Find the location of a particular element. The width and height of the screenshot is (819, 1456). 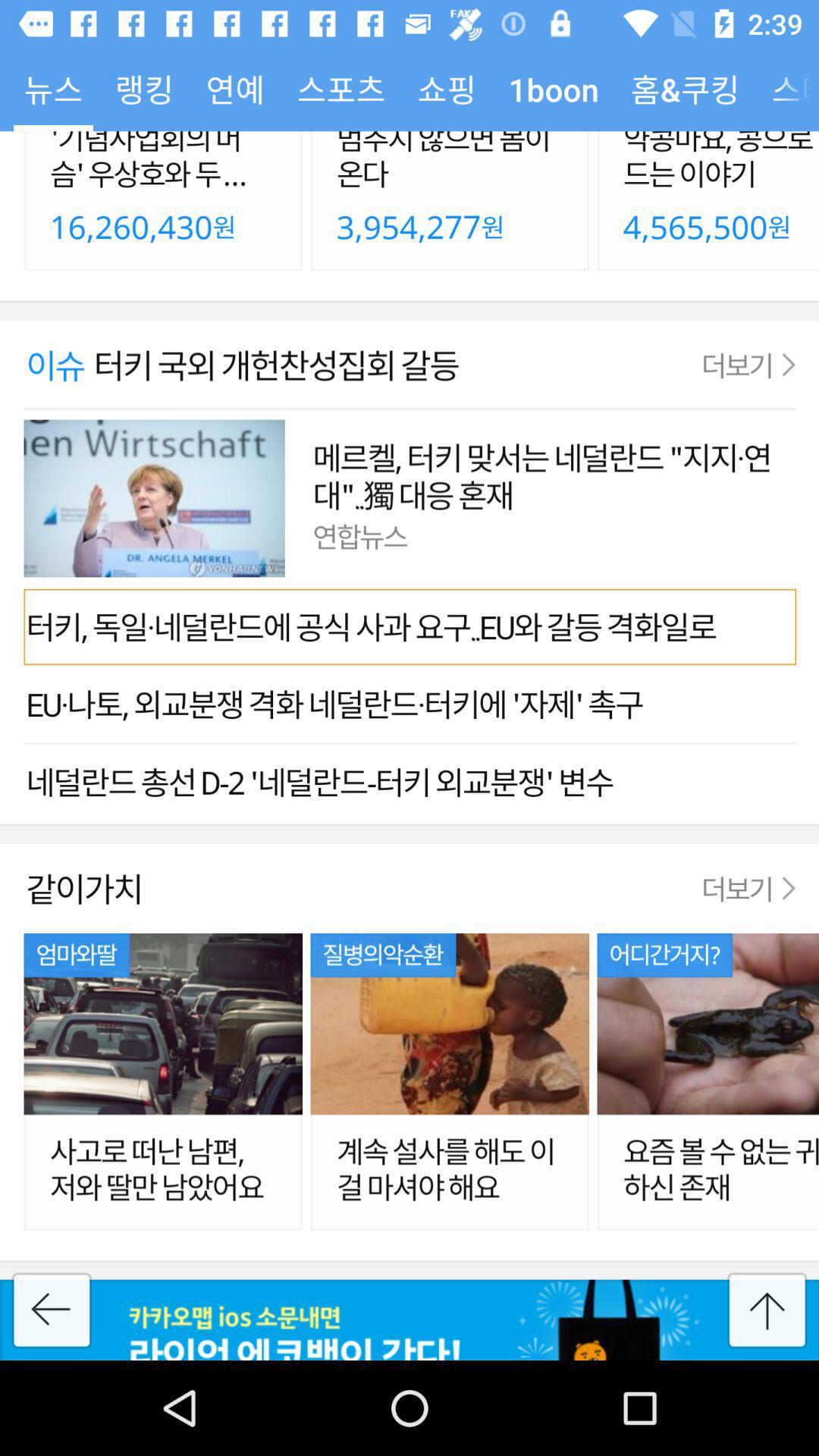

the arrow_upward icon is located at coordinates (767, 1310).